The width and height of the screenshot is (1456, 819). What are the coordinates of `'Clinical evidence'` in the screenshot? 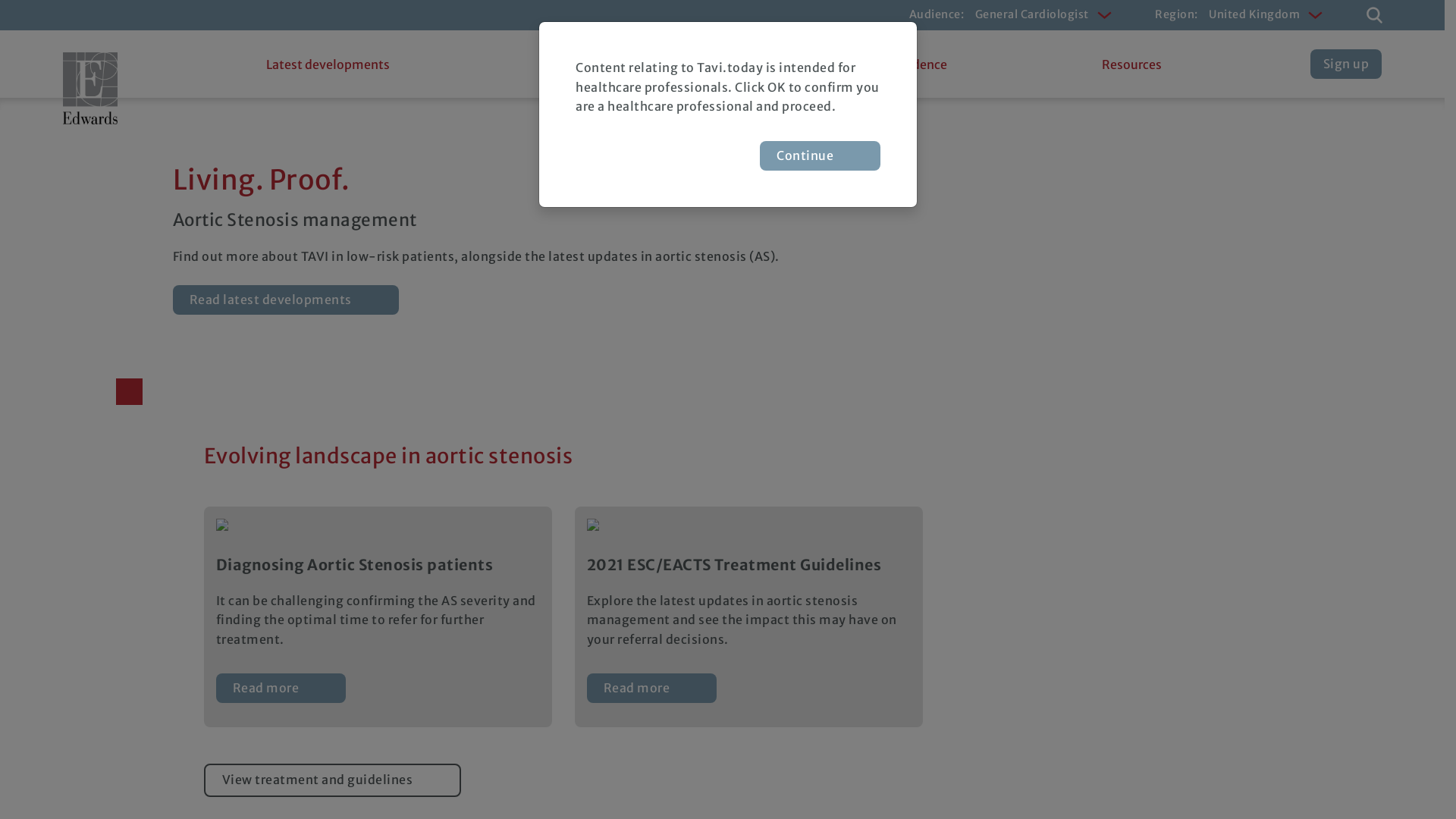 It's located at (898, 63).